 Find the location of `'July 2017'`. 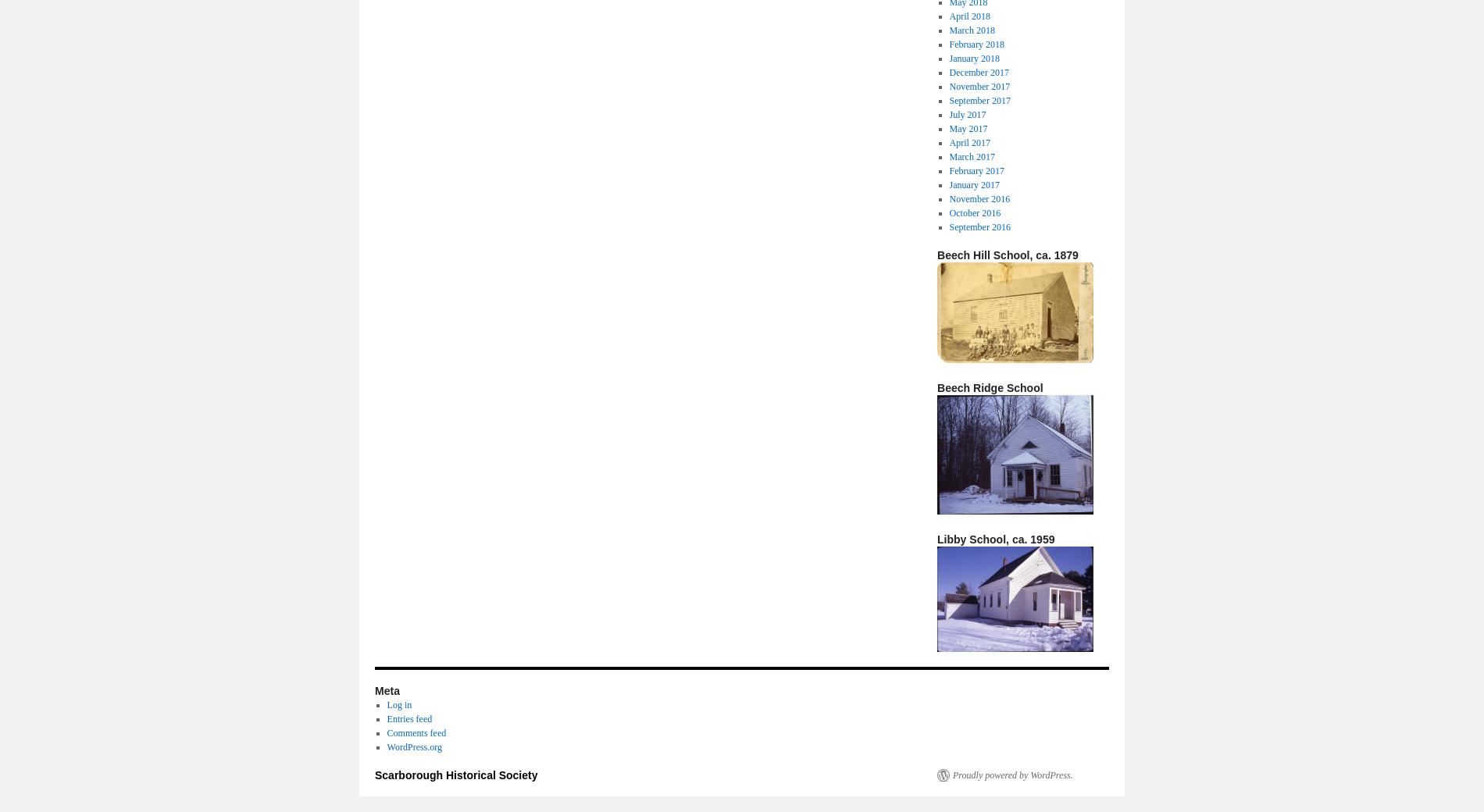

'July 2017' is located at coordinates (966, 114).